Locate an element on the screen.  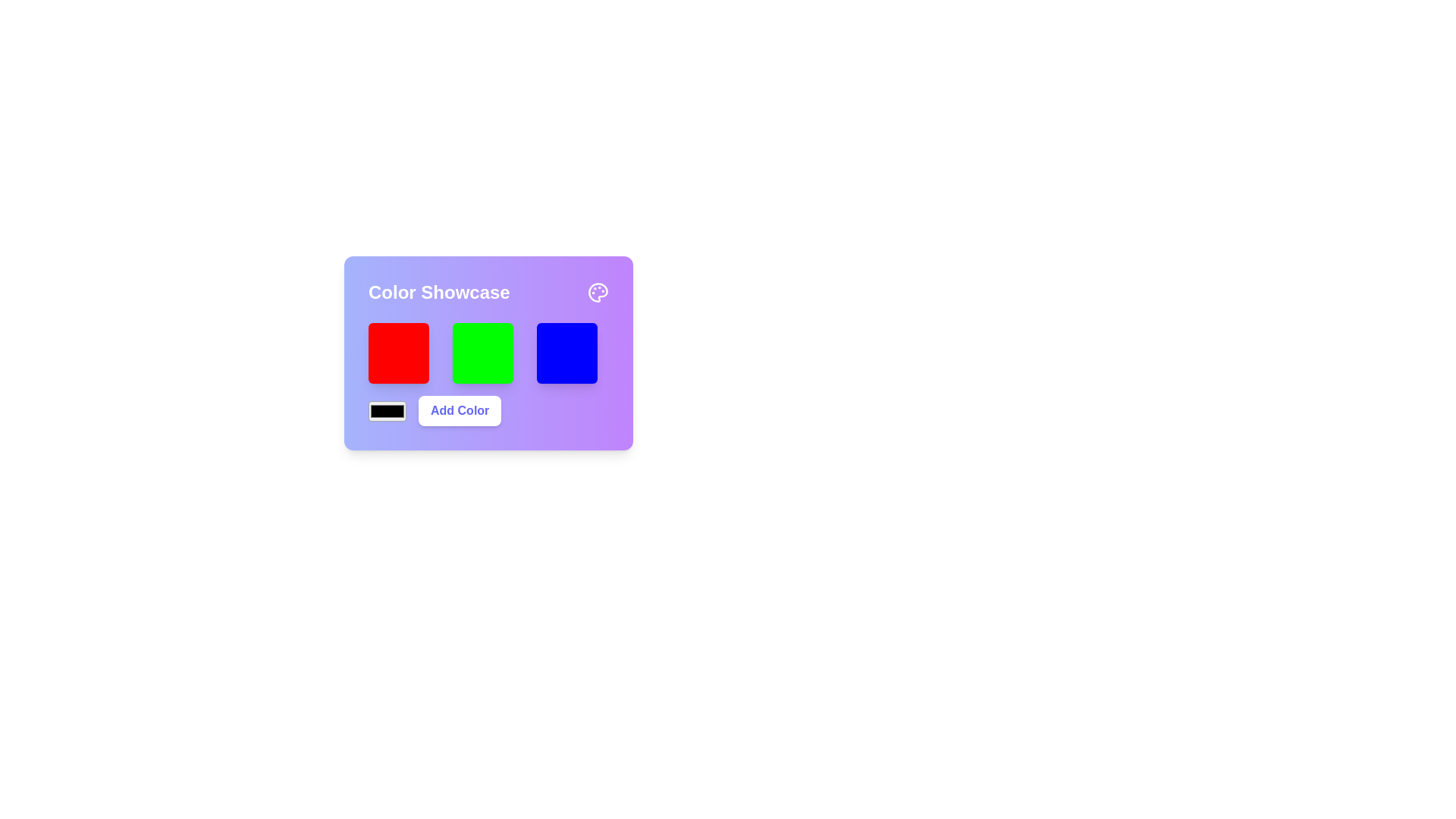
the decorative icon located at the top-right corner of the 'Color Showcase' panel, adjacent to the text header is located at coordinates (597, 292).